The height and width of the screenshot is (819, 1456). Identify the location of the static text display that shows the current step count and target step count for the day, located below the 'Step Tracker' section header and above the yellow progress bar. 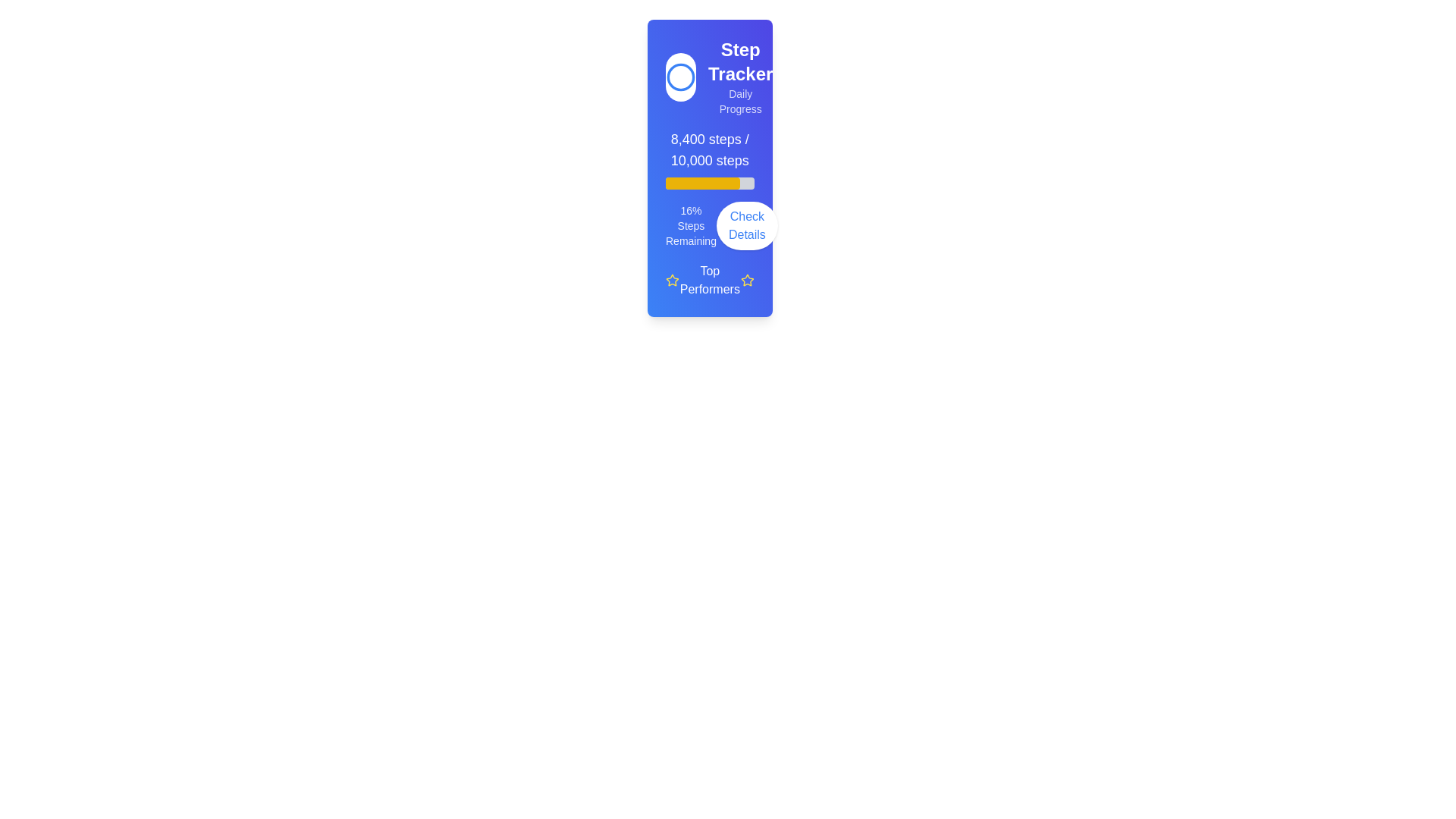
(709, 149).